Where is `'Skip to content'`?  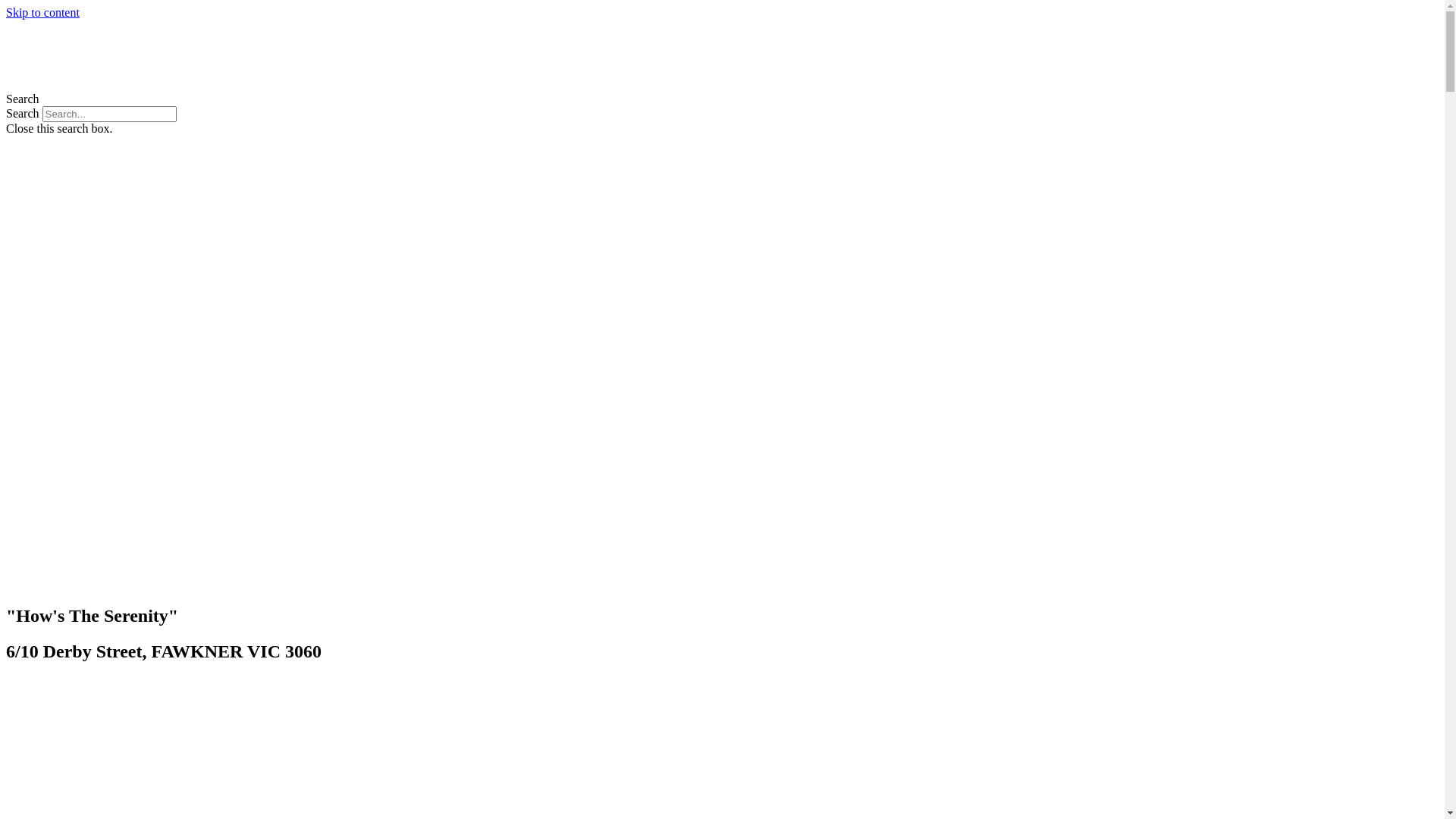
'Skip to content' is located at coordinates (42, 12).